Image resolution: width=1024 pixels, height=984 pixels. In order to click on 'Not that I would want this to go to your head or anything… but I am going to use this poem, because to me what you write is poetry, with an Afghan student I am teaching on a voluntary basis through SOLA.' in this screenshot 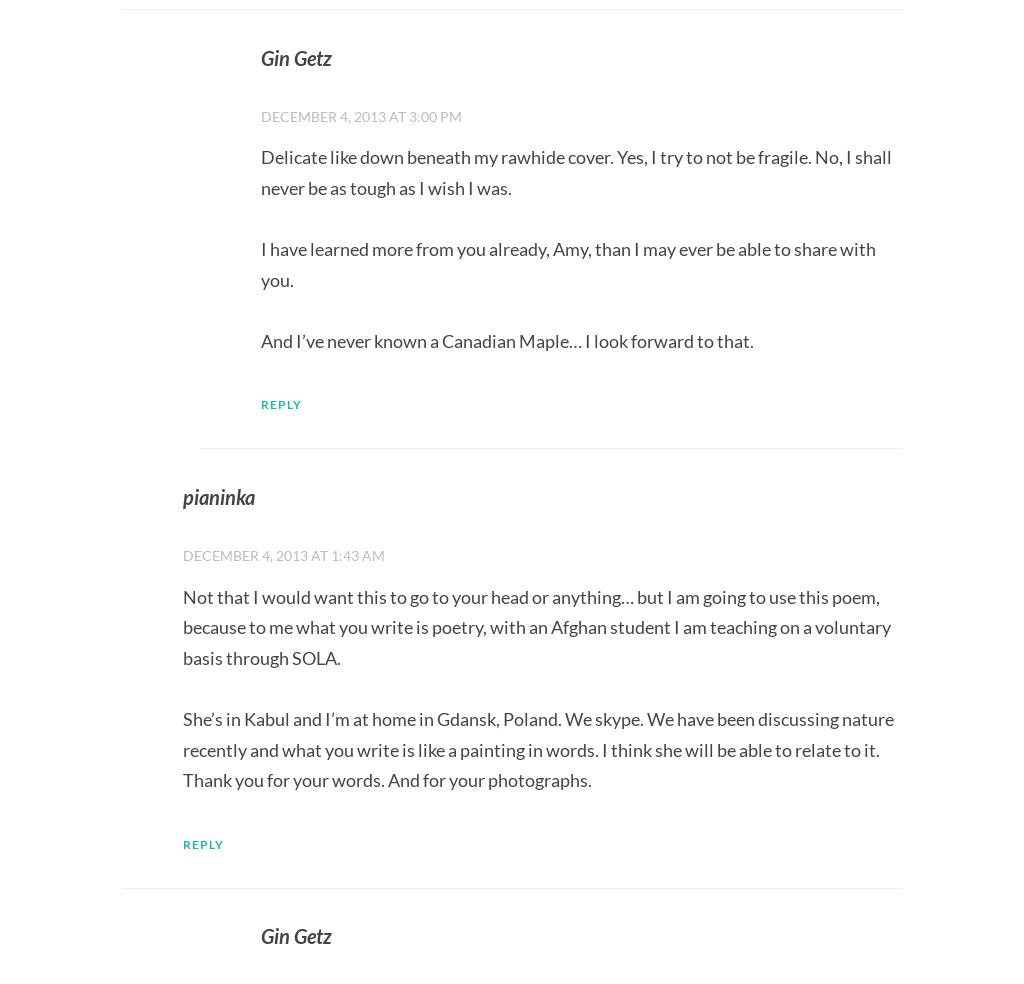, I will do `click(536, 626)`.